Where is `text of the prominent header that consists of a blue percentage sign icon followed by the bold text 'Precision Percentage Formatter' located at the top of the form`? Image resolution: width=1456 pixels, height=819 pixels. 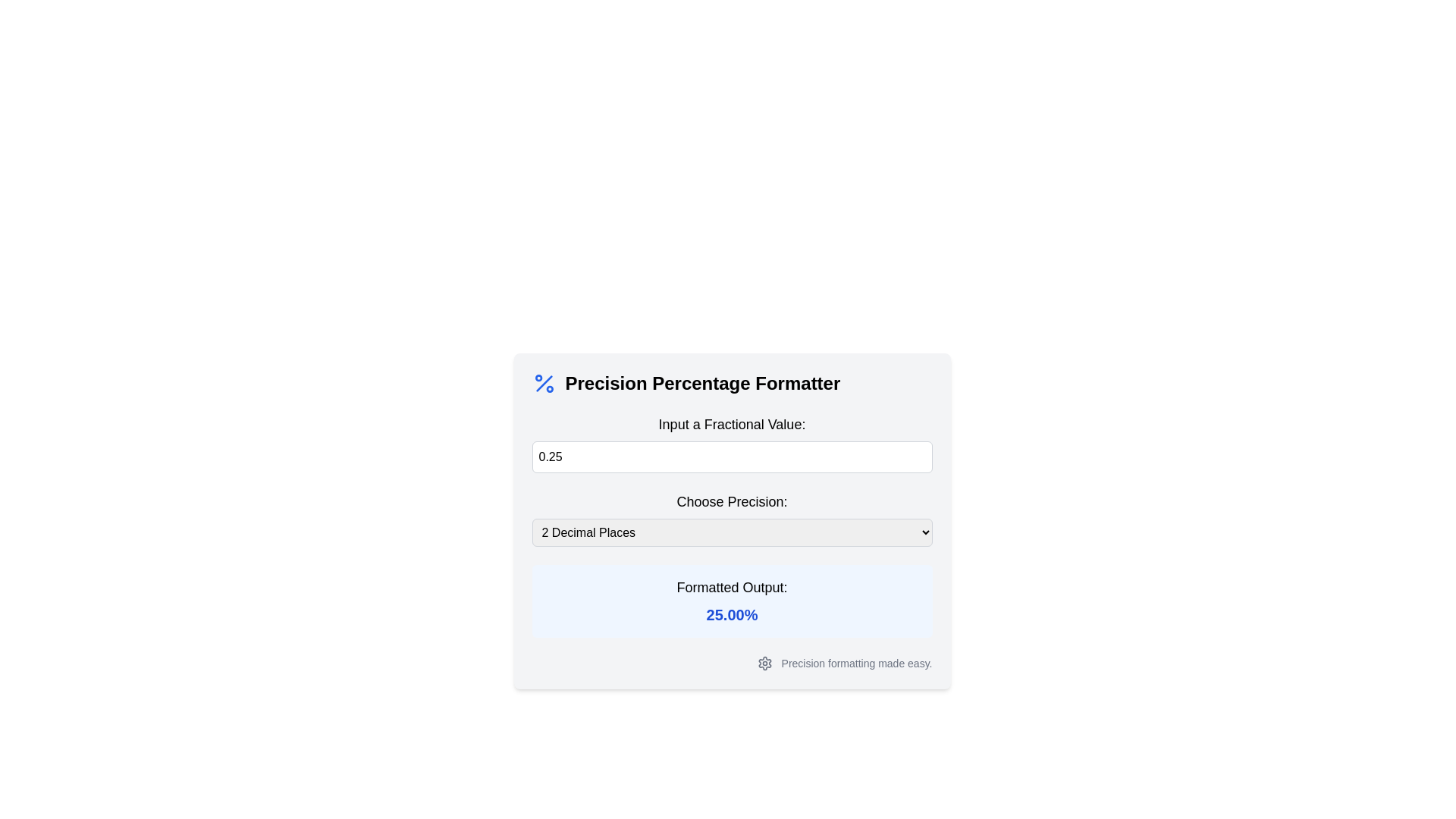 text of the prominent header that consists of a blue percentage sign icon followed by the bold text 'Precision Percentage Formatter' located at the top of the form is located at coordinates (732, 382).